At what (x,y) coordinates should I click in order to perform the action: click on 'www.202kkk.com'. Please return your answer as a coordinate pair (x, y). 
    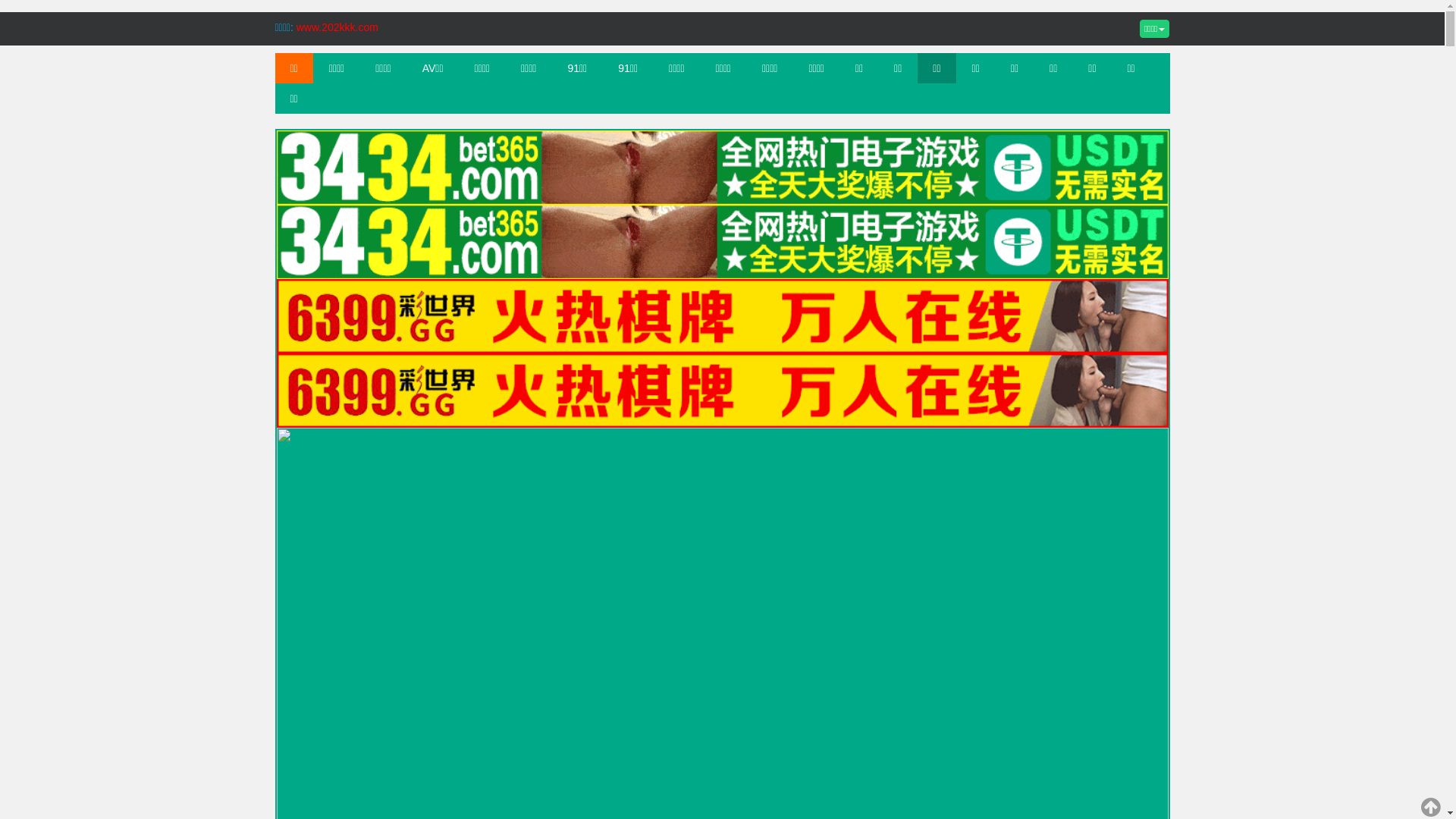
    Looking at the image, I should click on (296, 27).